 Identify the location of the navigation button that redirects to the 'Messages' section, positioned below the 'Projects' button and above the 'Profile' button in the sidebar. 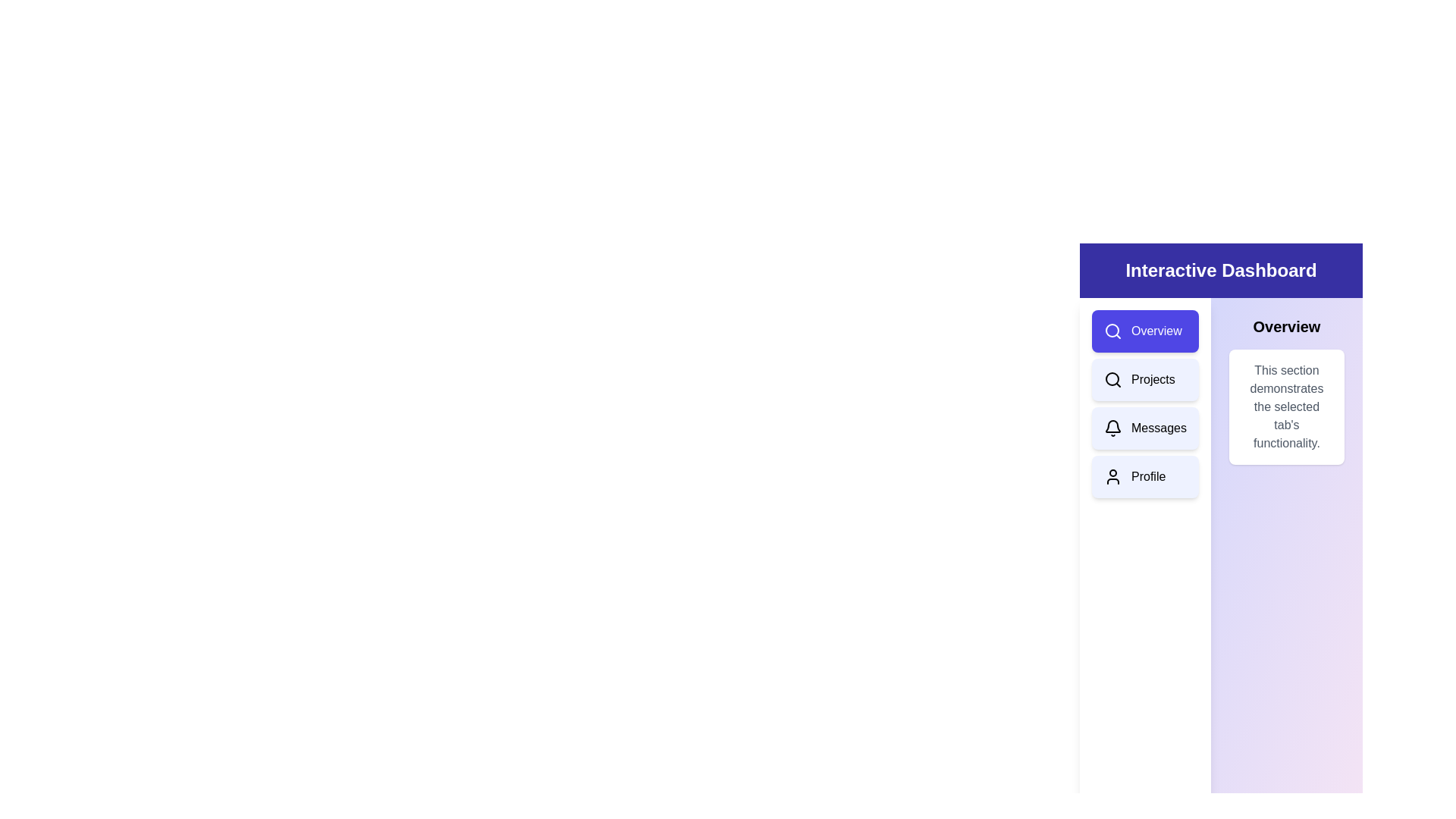
(1145, 428).